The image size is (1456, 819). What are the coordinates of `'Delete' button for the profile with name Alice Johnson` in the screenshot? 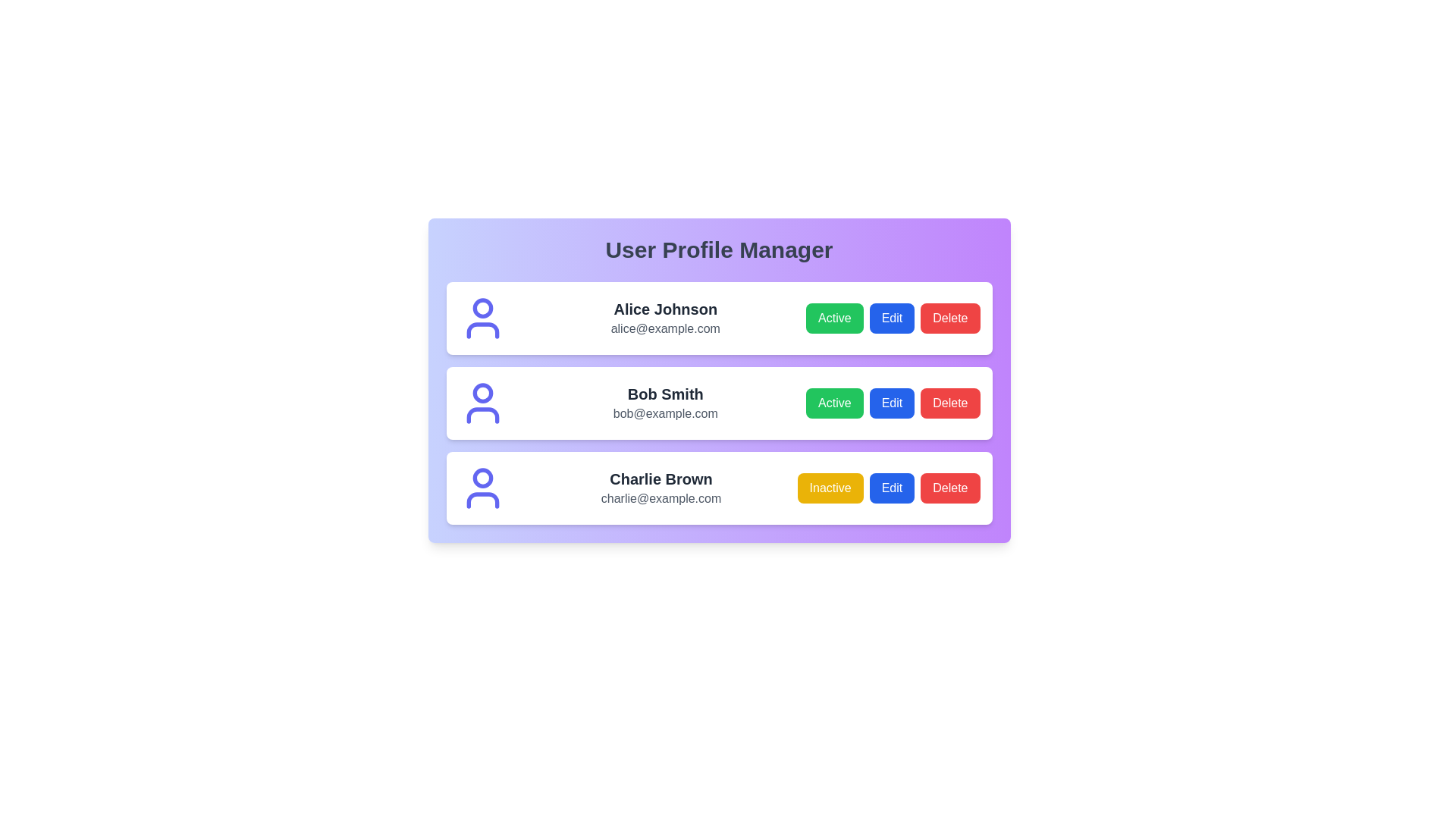 It's located at (949, 318).